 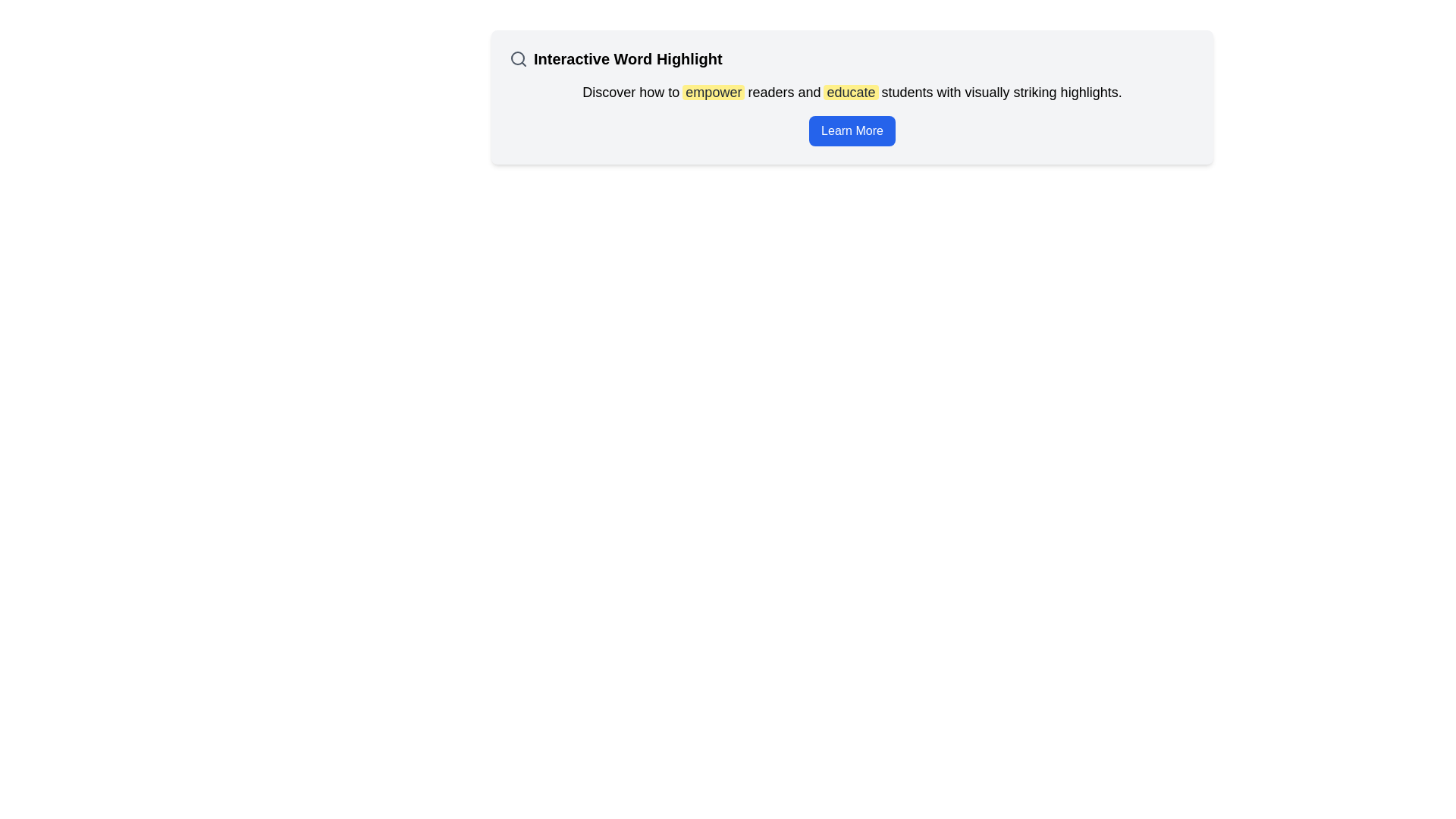 I want to click on the heading text located at the top left of the central layout area, positioned to the right of the magnifying glass icon, so click(x=628, y=58).